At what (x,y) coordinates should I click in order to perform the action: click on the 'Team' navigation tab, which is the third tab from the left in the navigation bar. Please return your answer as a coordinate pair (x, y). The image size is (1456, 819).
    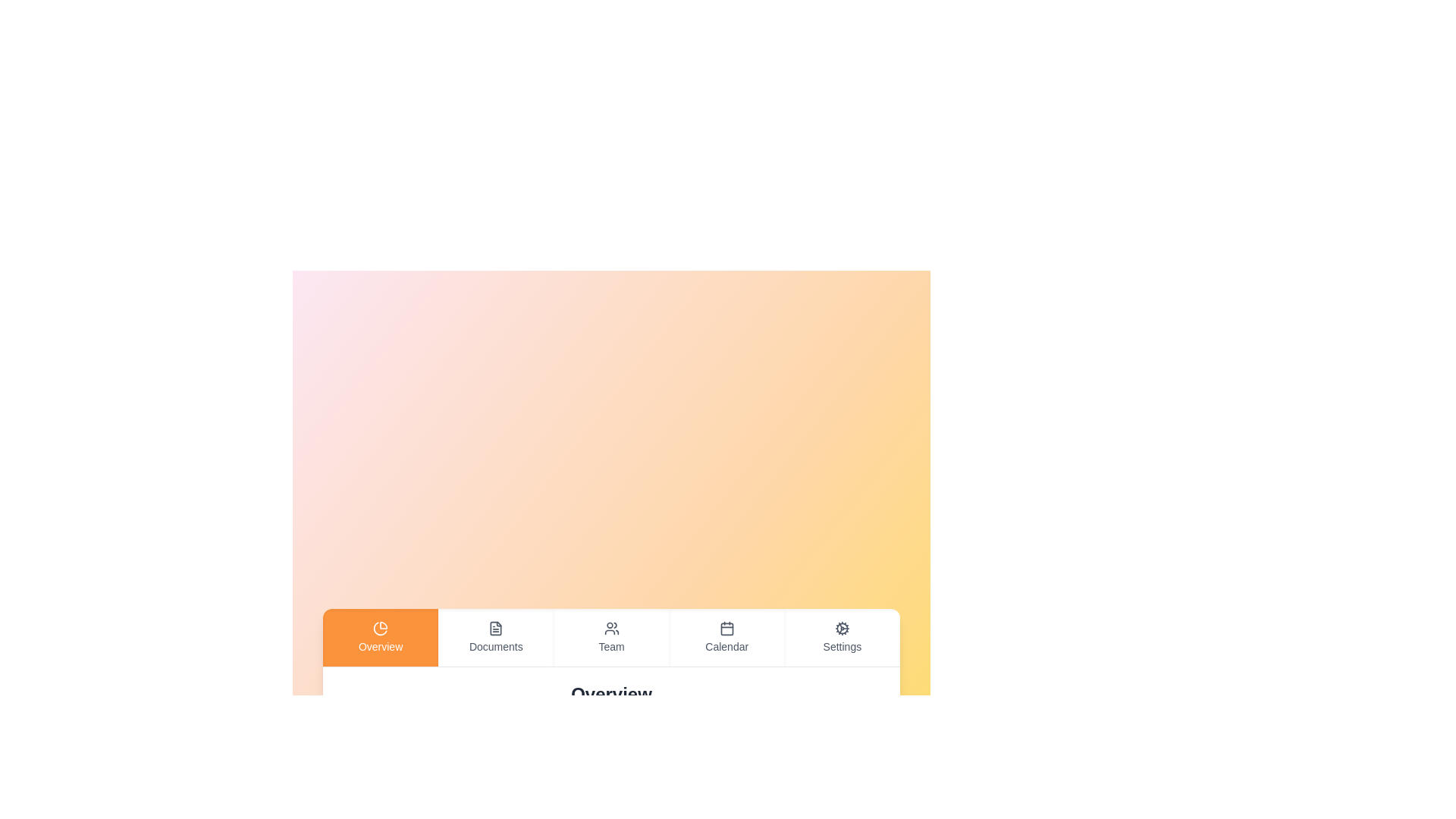
    Looking at the image, I should click on (611, 637).